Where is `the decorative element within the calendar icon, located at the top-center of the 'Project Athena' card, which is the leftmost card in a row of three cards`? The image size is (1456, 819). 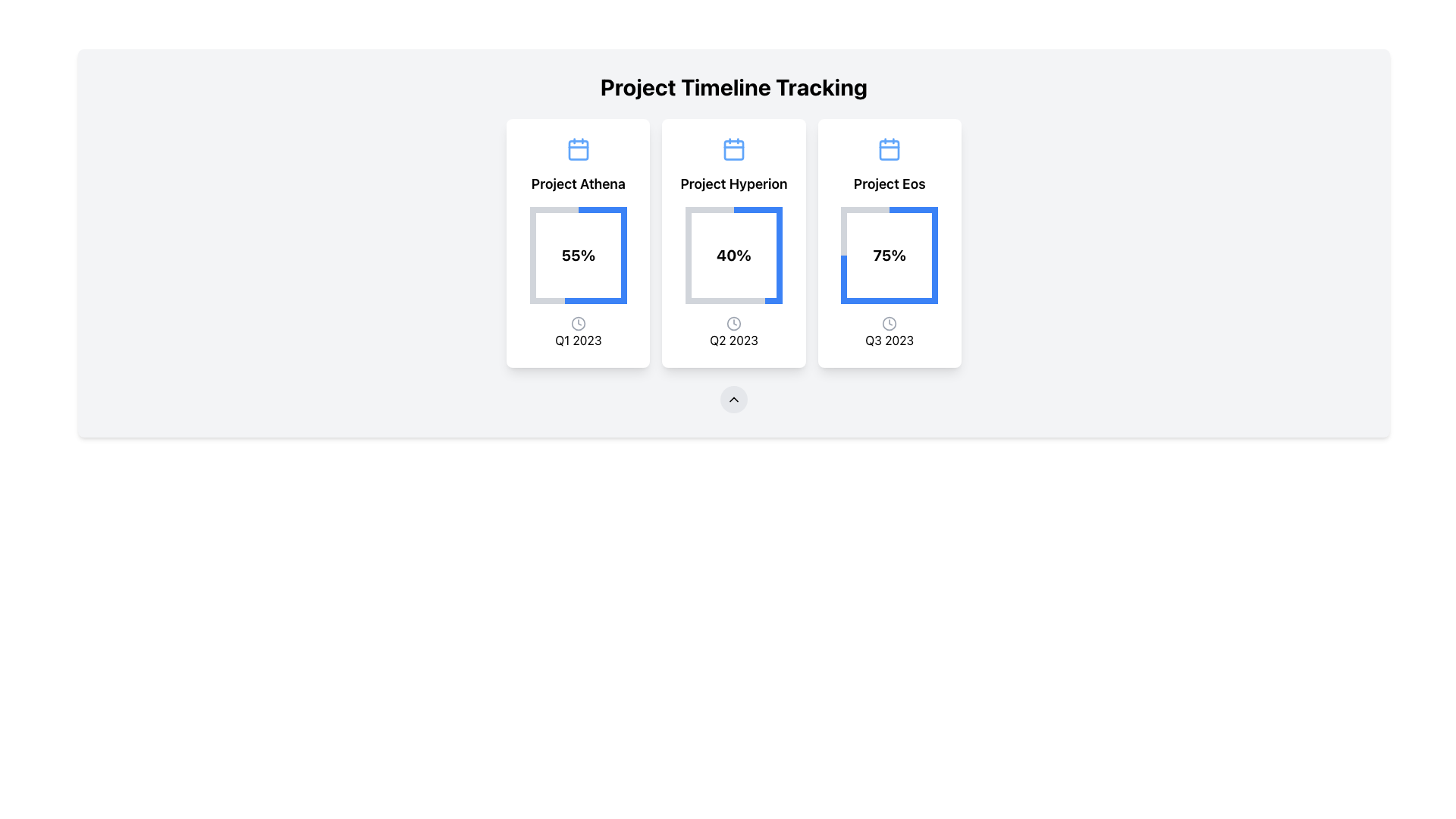 the decorative element within the calendar icon, located at the top-center of the 'Project Athena' card, which is the leftmost card in a row of three cards is located at coordinates (577, 150).